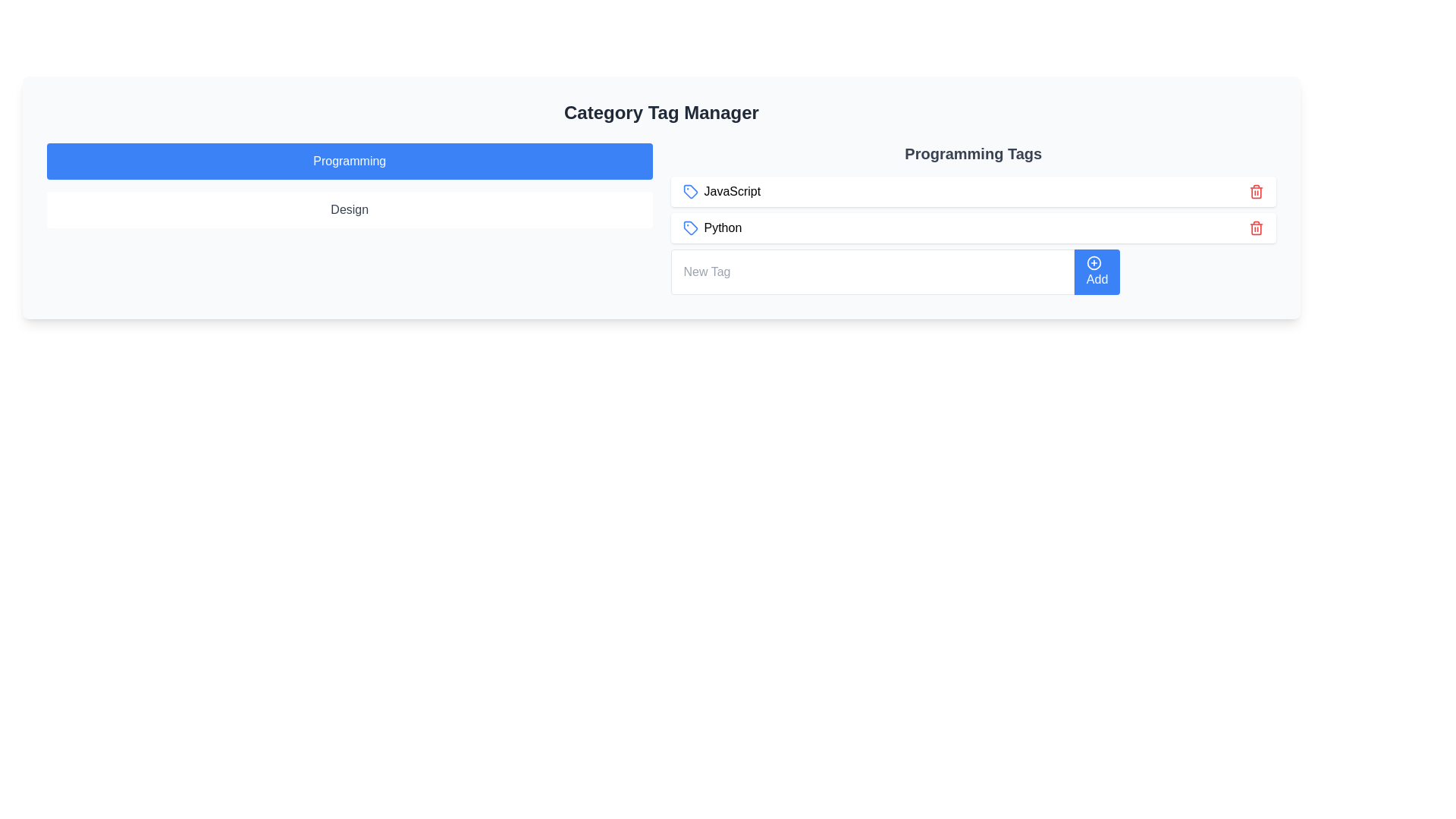 The width and height of the screenshot is (1456, 819). What do you see at coordinates (689, 191) in the screenshot?
I see `the 'JavaScript' tag icon in the 'Programming Tags' section of the interface` at bounding box center [689, 191].